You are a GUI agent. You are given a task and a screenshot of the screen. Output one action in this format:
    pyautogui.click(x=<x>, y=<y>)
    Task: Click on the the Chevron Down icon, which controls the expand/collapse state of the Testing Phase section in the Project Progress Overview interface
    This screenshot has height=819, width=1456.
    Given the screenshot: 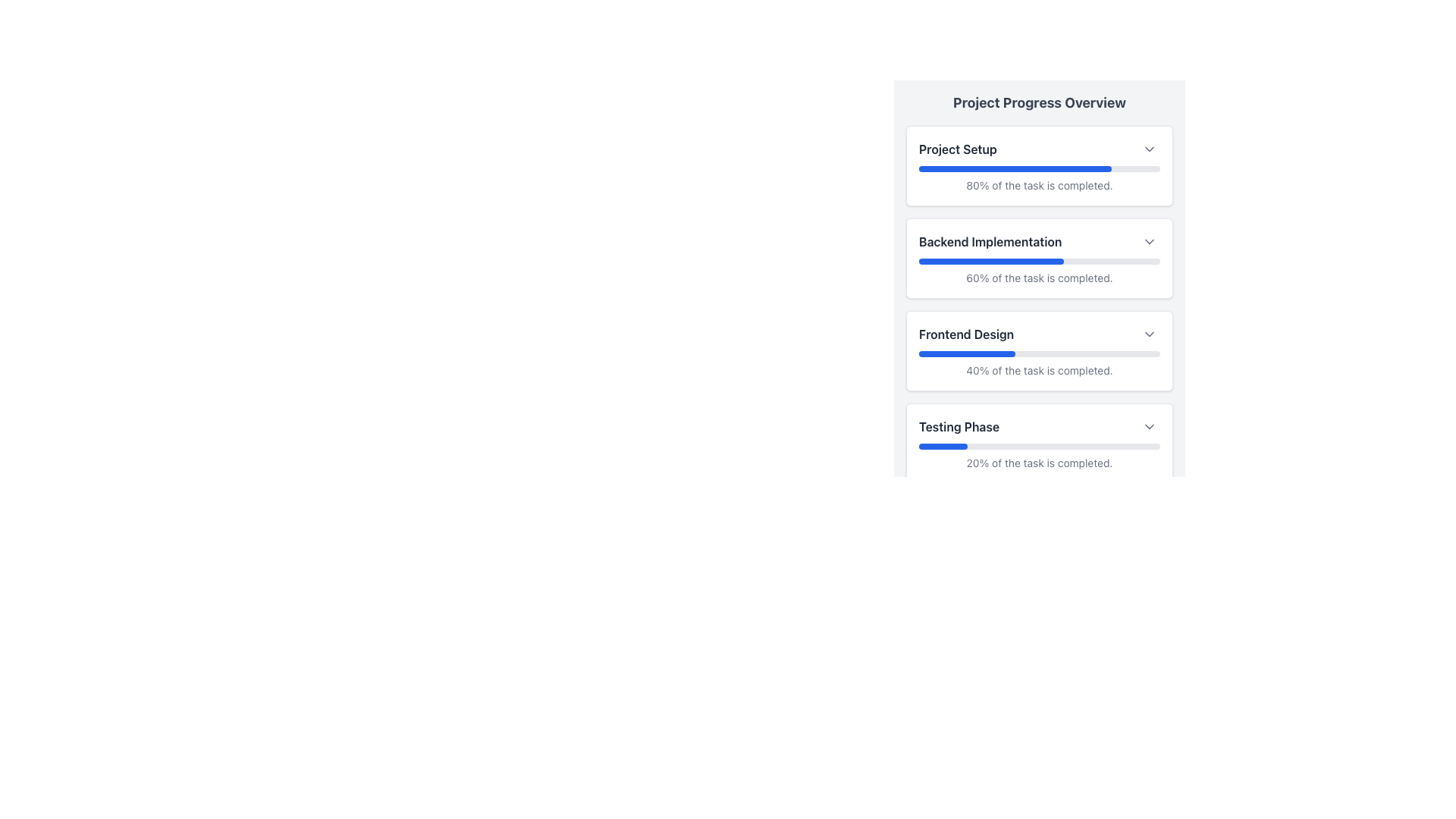 What is the action you would take?
    pyautogui.click(x=1150, y=427)
    